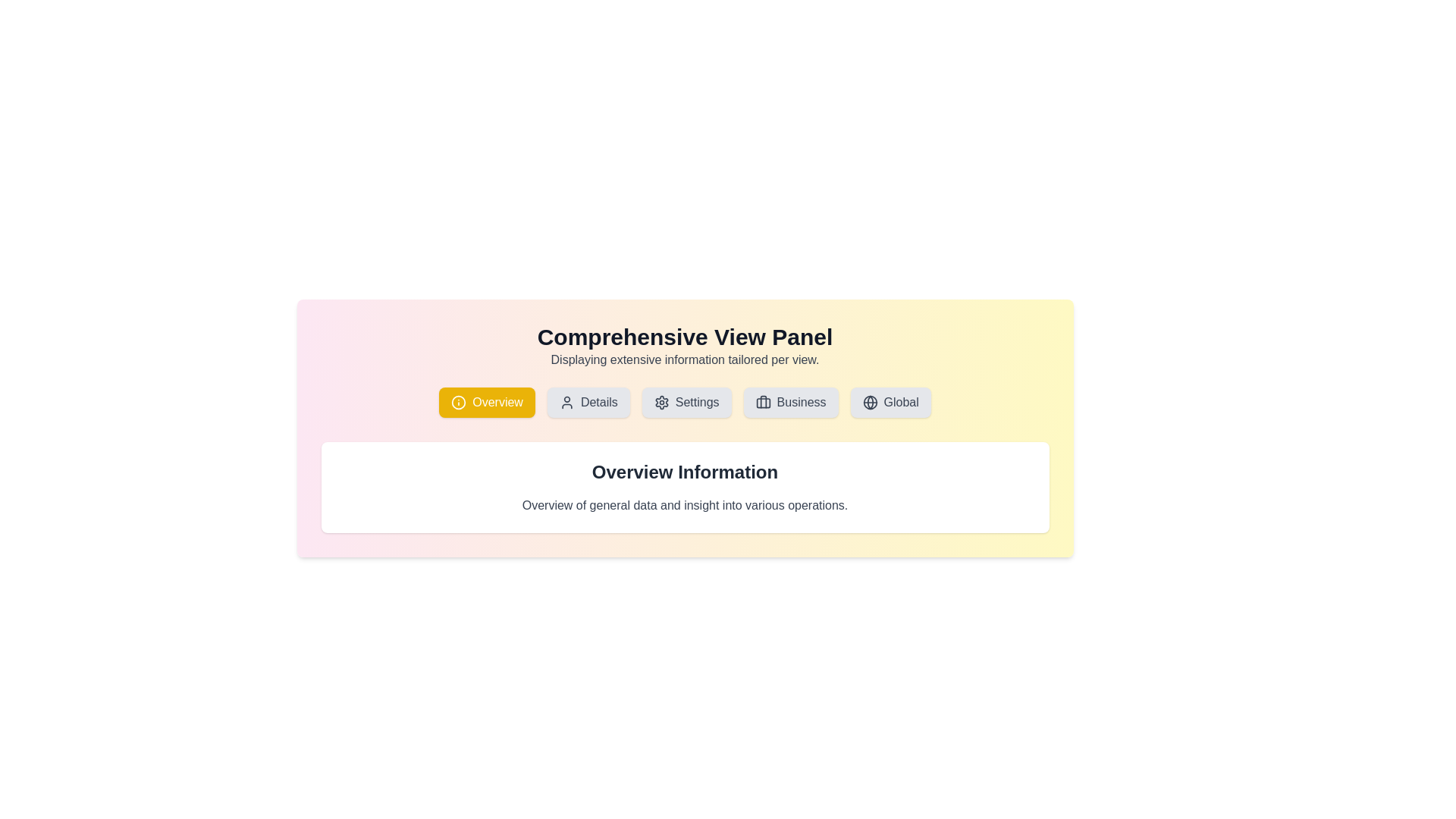 The width and height of the screenshot is (1456, 819). What do you see at coordinates (686, 402) in the screenshot?
I see `the 'Settings' button, which is a rectangular button with rounded corners, light gray color, and a gear icon on the left` at bounding box center [686, 402].